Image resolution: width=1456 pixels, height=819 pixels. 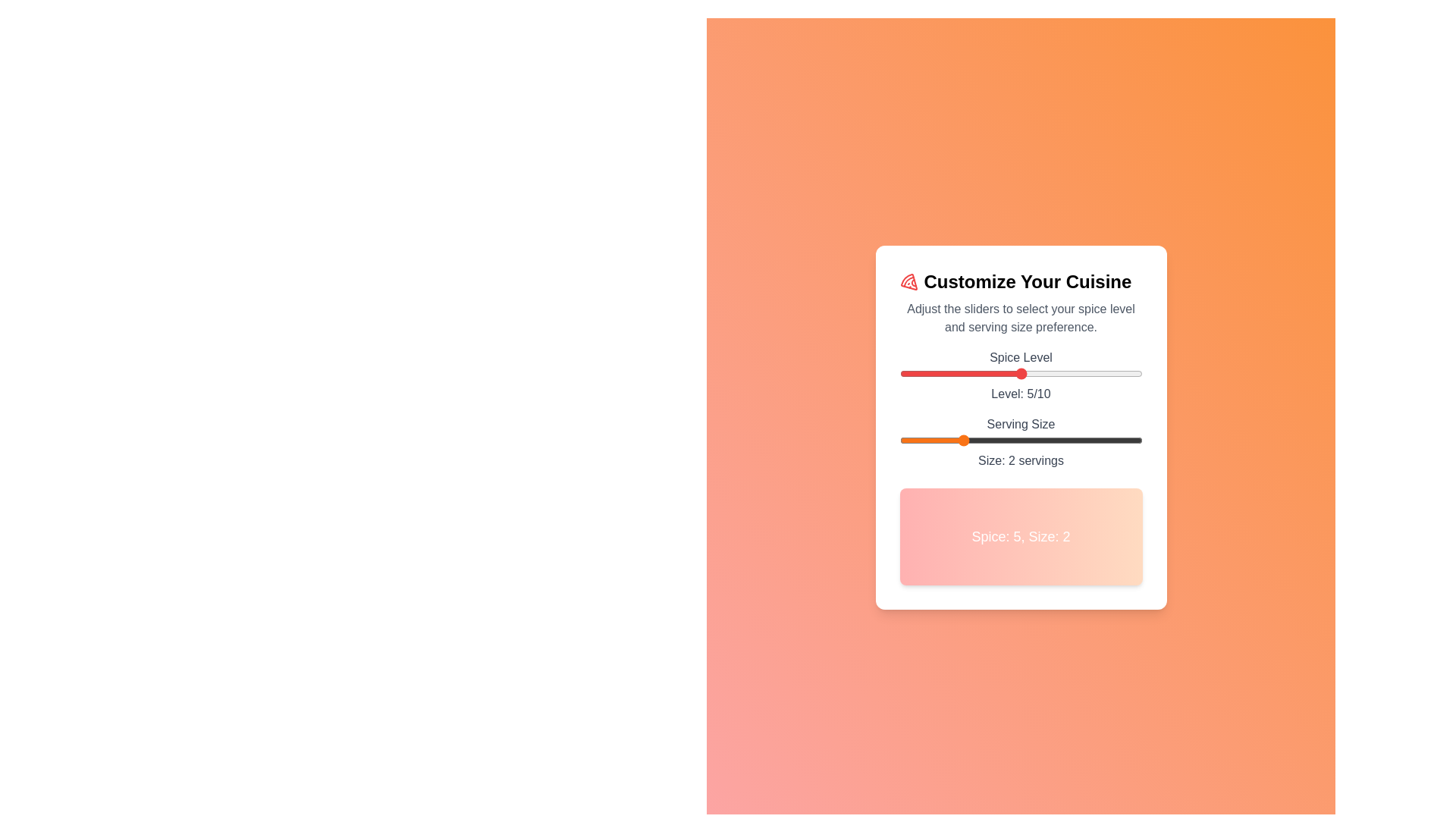 I want to click on the serving size slider to 2 servings, so click(x=959, y=441).